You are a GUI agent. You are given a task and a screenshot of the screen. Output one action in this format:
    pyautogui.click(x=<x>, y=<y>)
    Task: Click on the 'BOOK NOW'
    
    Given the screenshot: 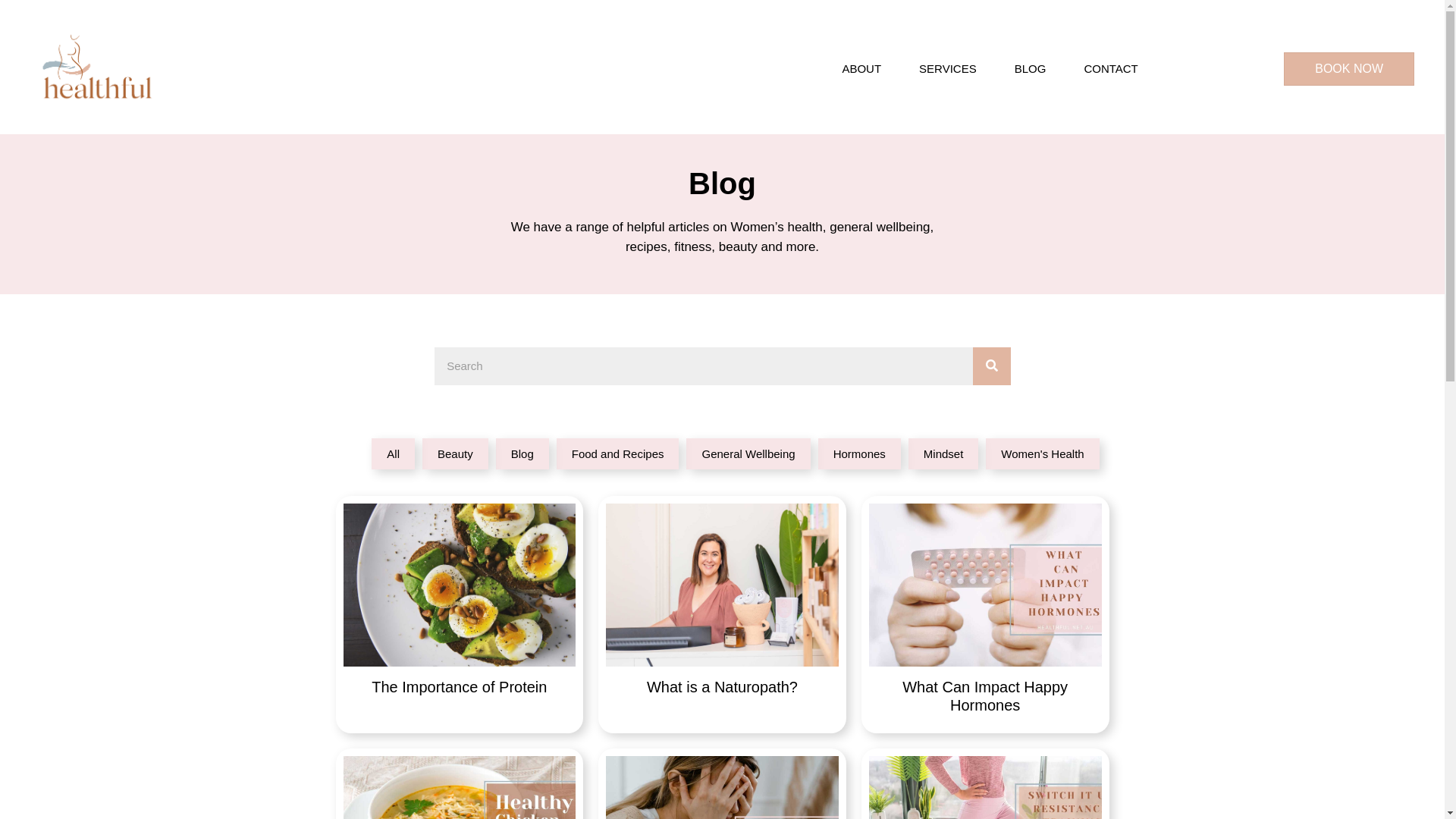 What is the action you would take?
    pyautogui.click(x=1283, y=69)
    